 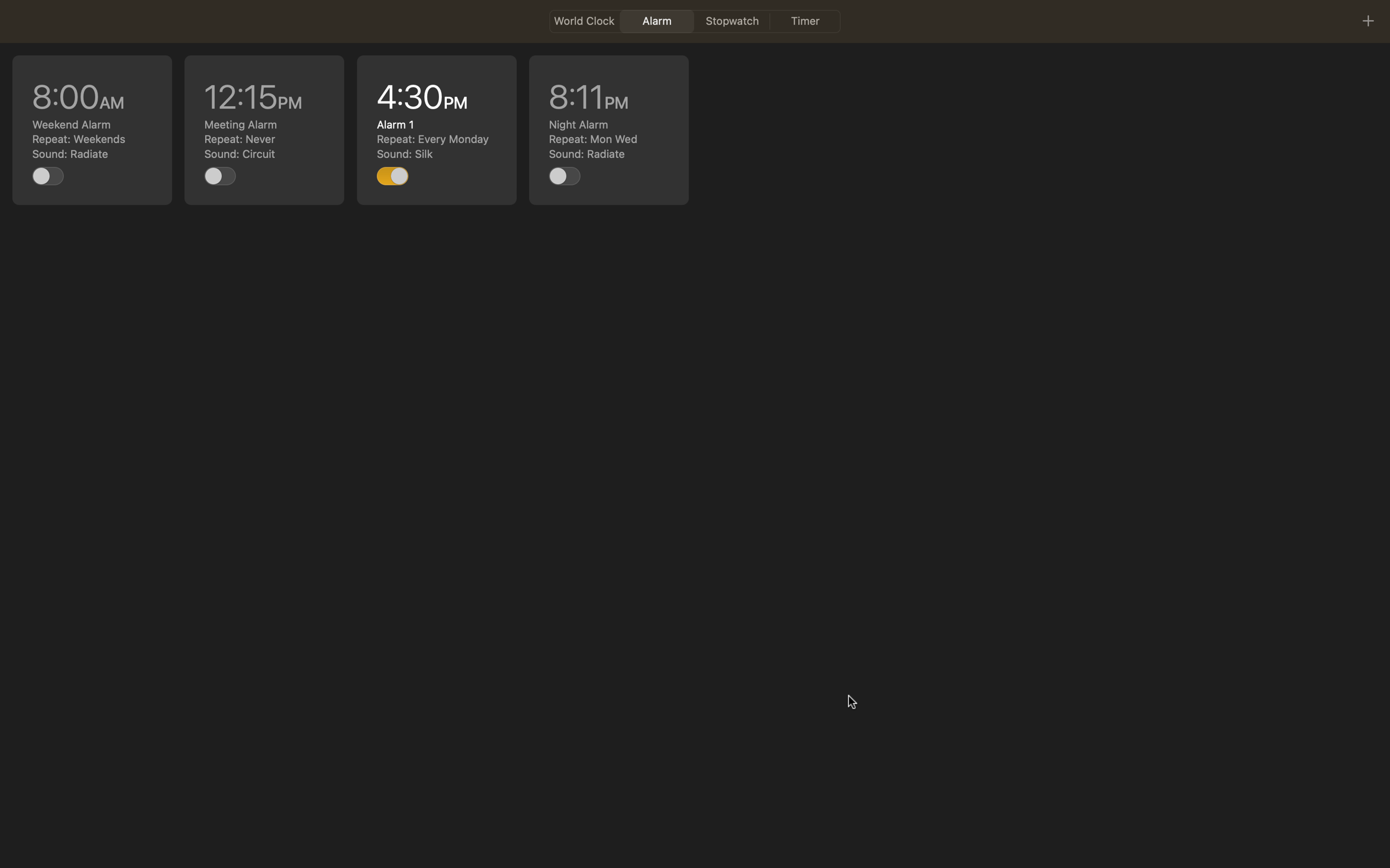 I want to click on edit the 8pm alarm, so click(x=608, y=130).